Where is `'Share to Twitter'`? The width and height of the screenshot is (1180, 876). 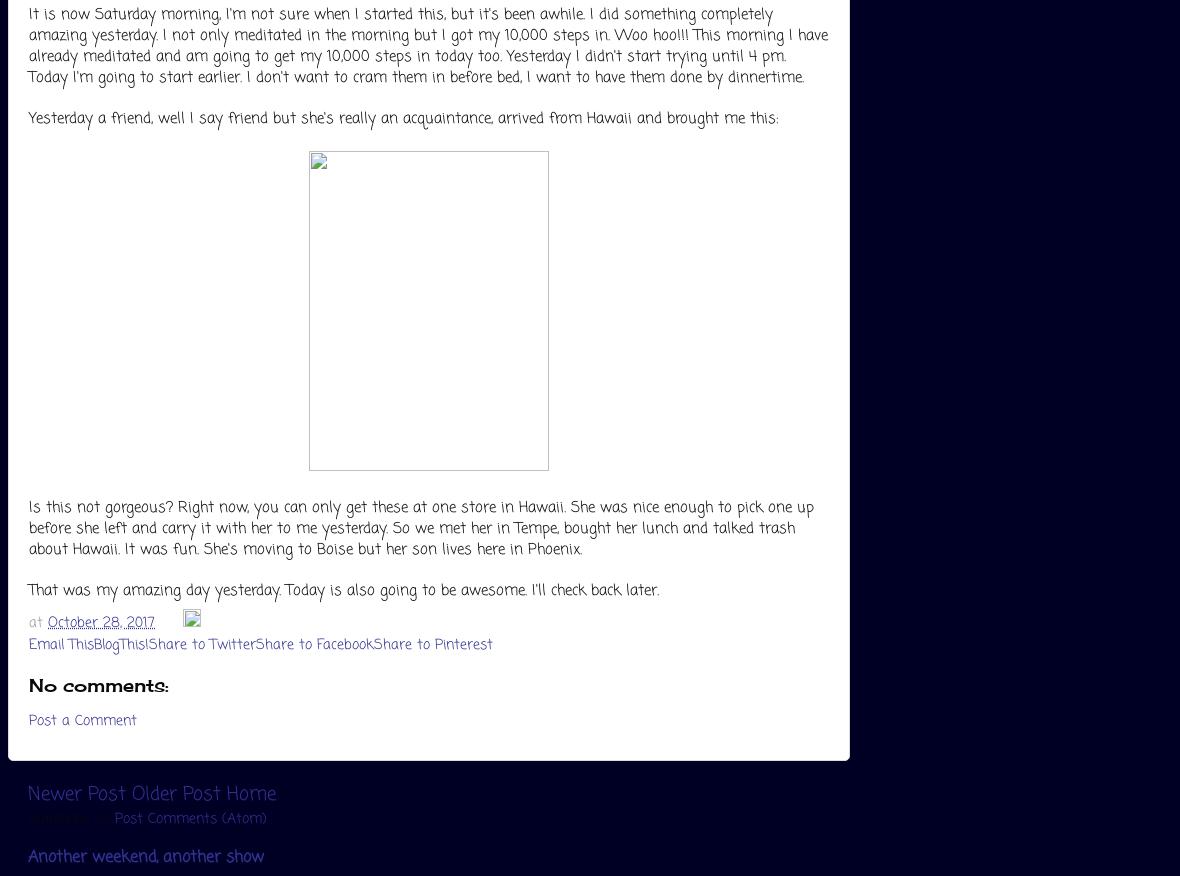 'Share to Twitter' is located at coordinates (202, 644).